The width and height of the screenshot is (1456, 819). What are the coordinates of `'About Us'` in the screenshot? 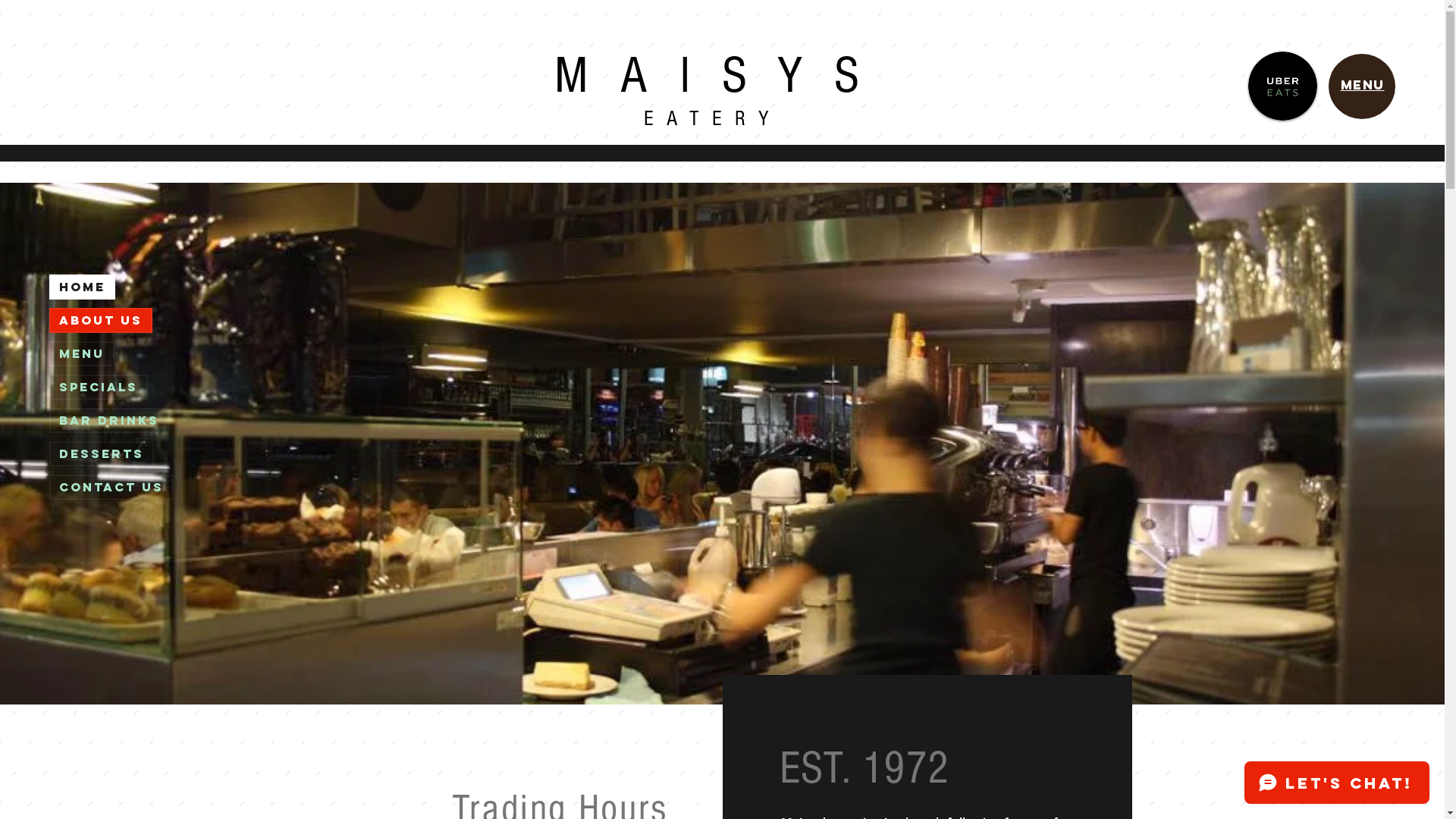 It's located at (51, 319).